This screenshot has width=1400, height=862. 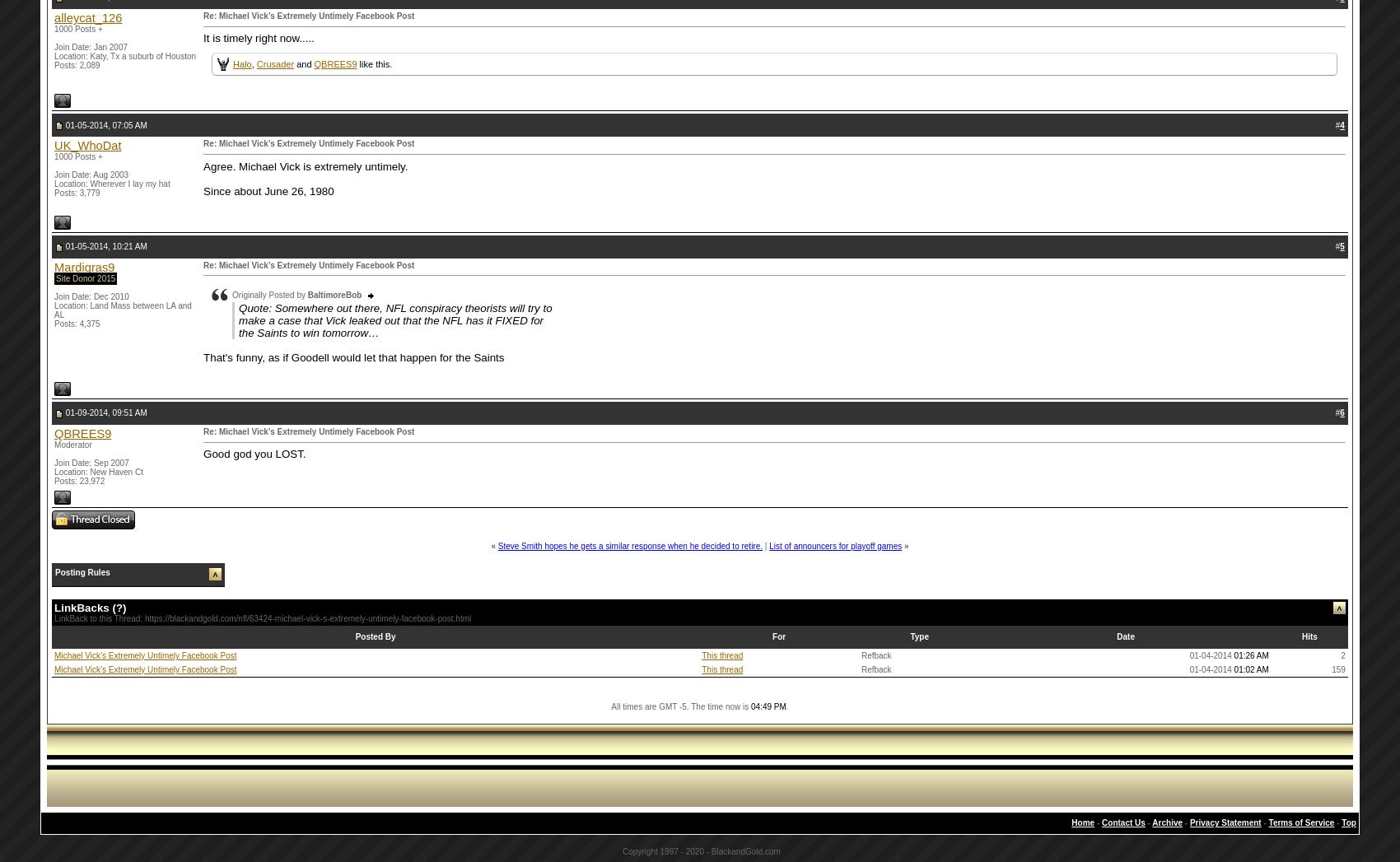 What do you see at coordinates (77, 65) in the screenshot?
I see `'Posts: 2,089'` at bounding box center [77, 65].